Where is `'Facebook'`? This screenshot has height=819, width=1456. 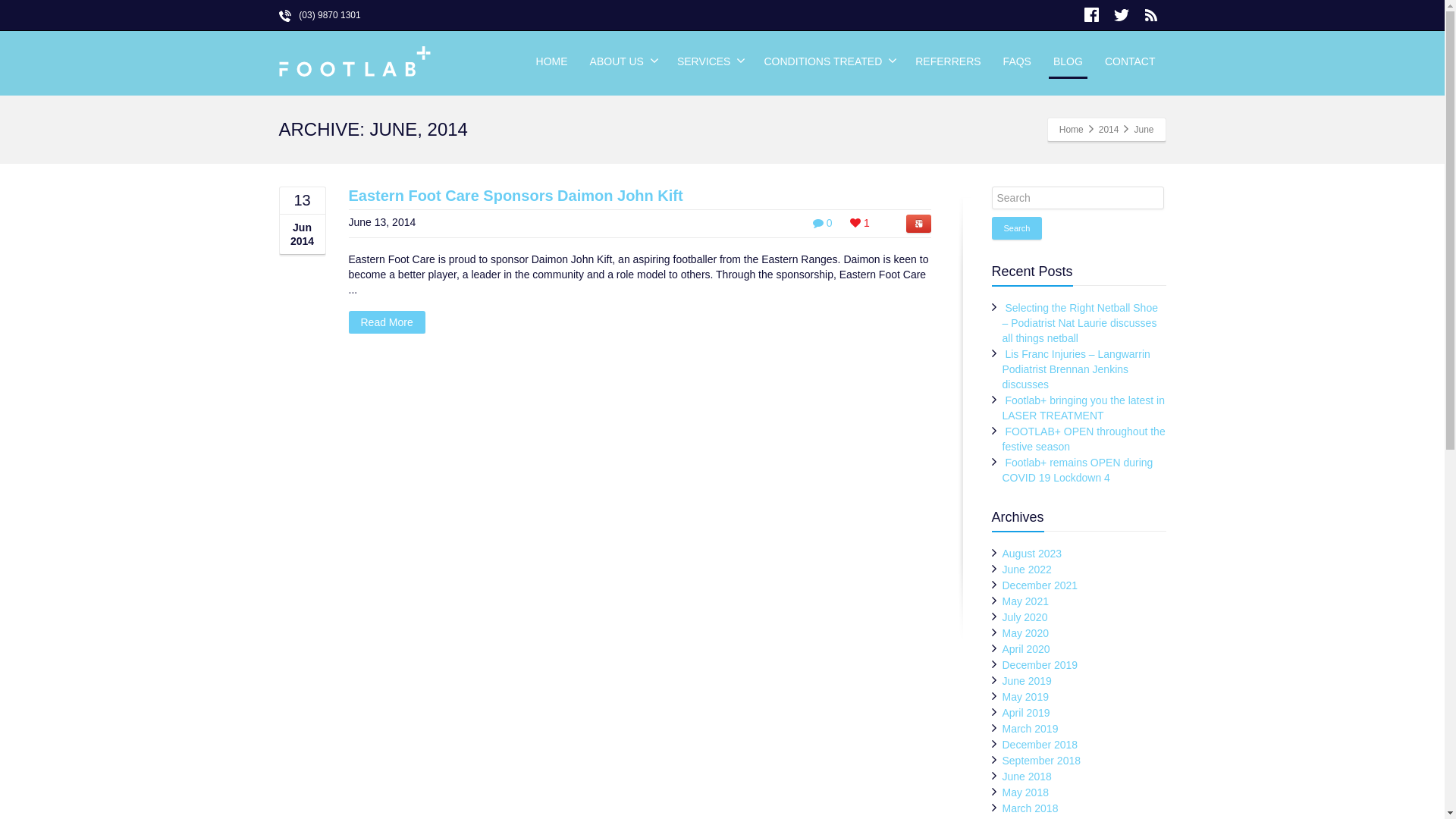 'Facebook' is located at coordinates (1092, 14).